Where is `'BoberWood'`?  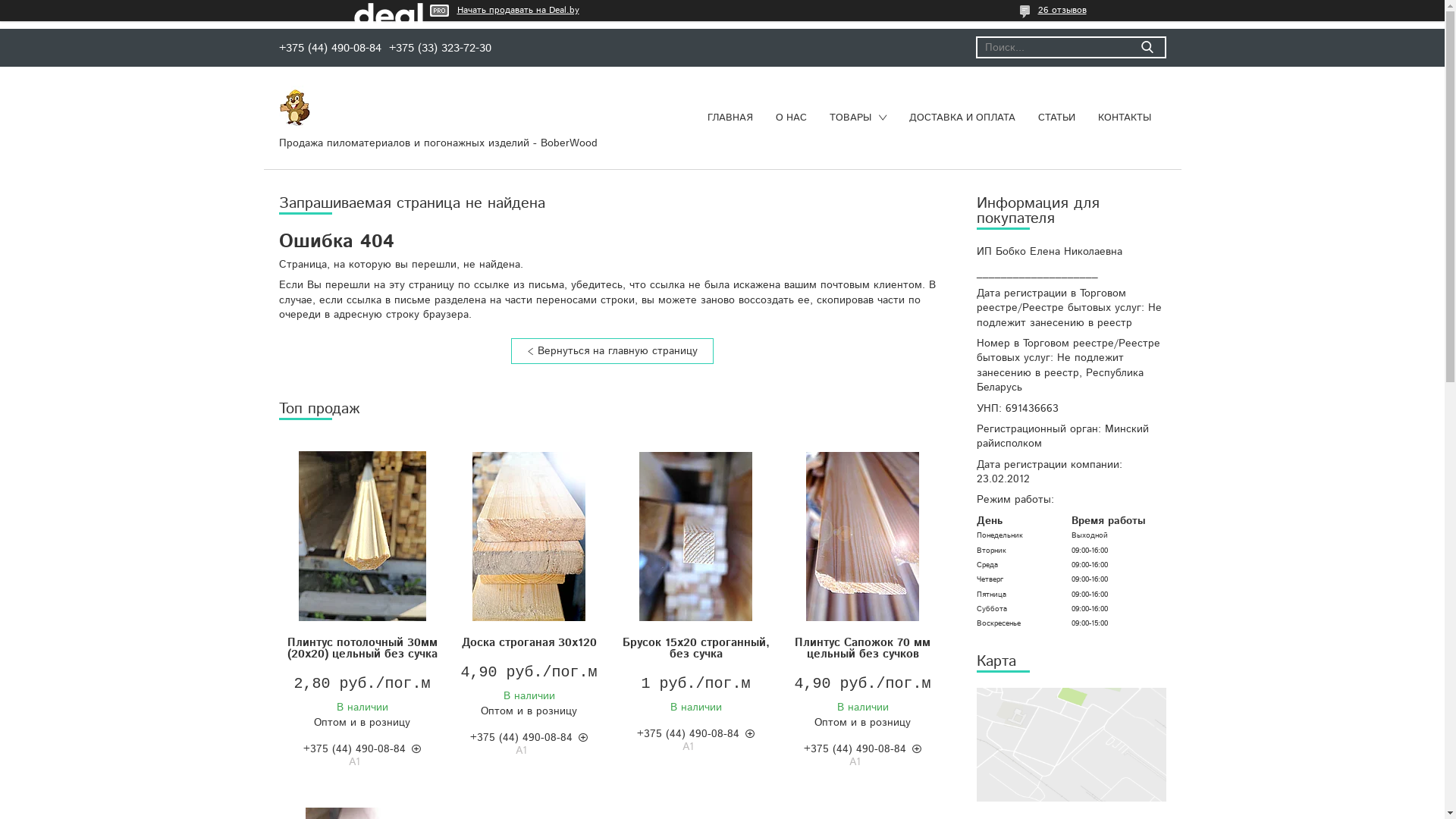 'BoberWood' is located at coordinates (279, 106).